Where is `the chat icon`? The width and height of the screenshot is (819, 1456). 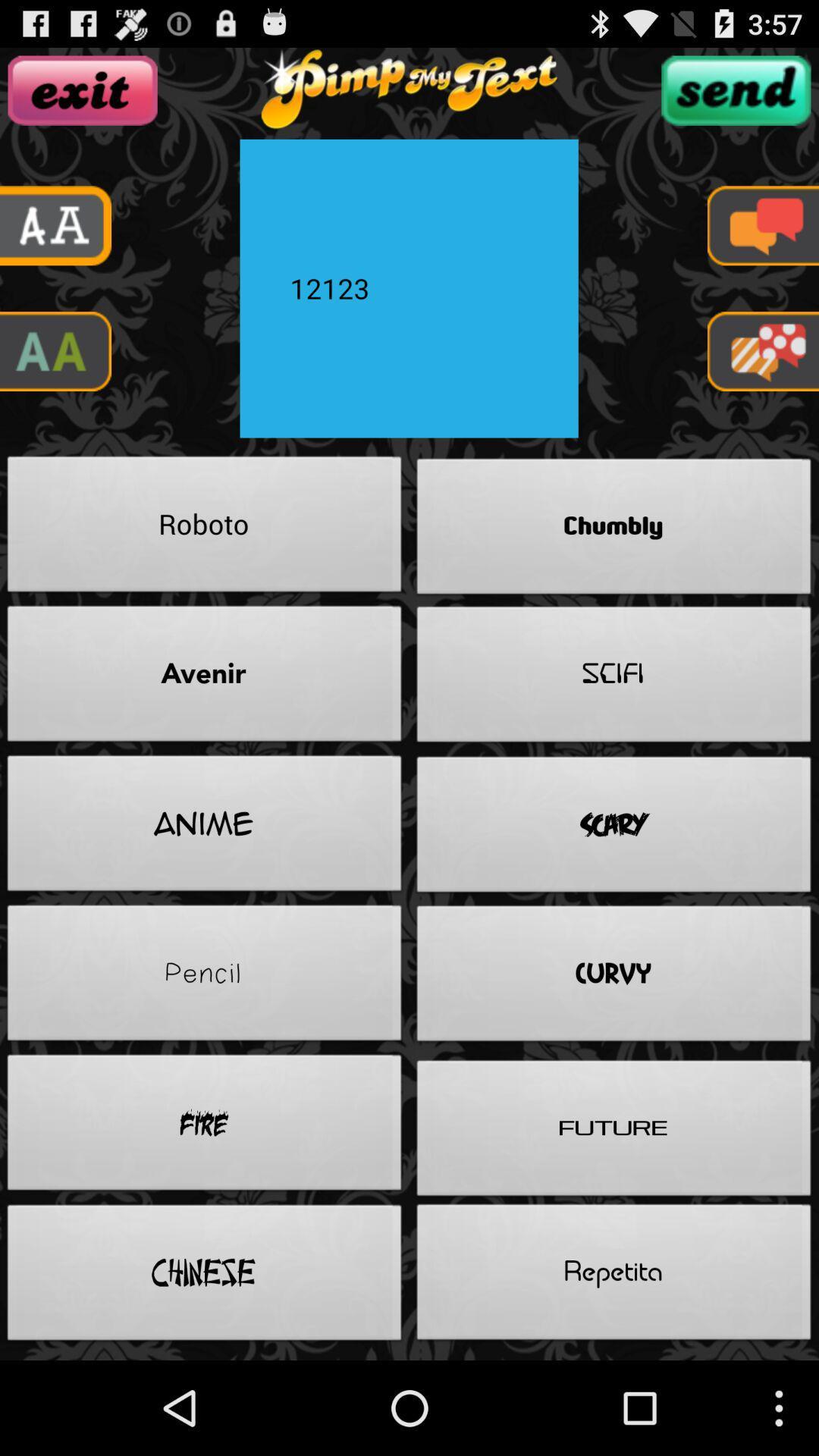
the chat icon is located at coordinates (763, 376).